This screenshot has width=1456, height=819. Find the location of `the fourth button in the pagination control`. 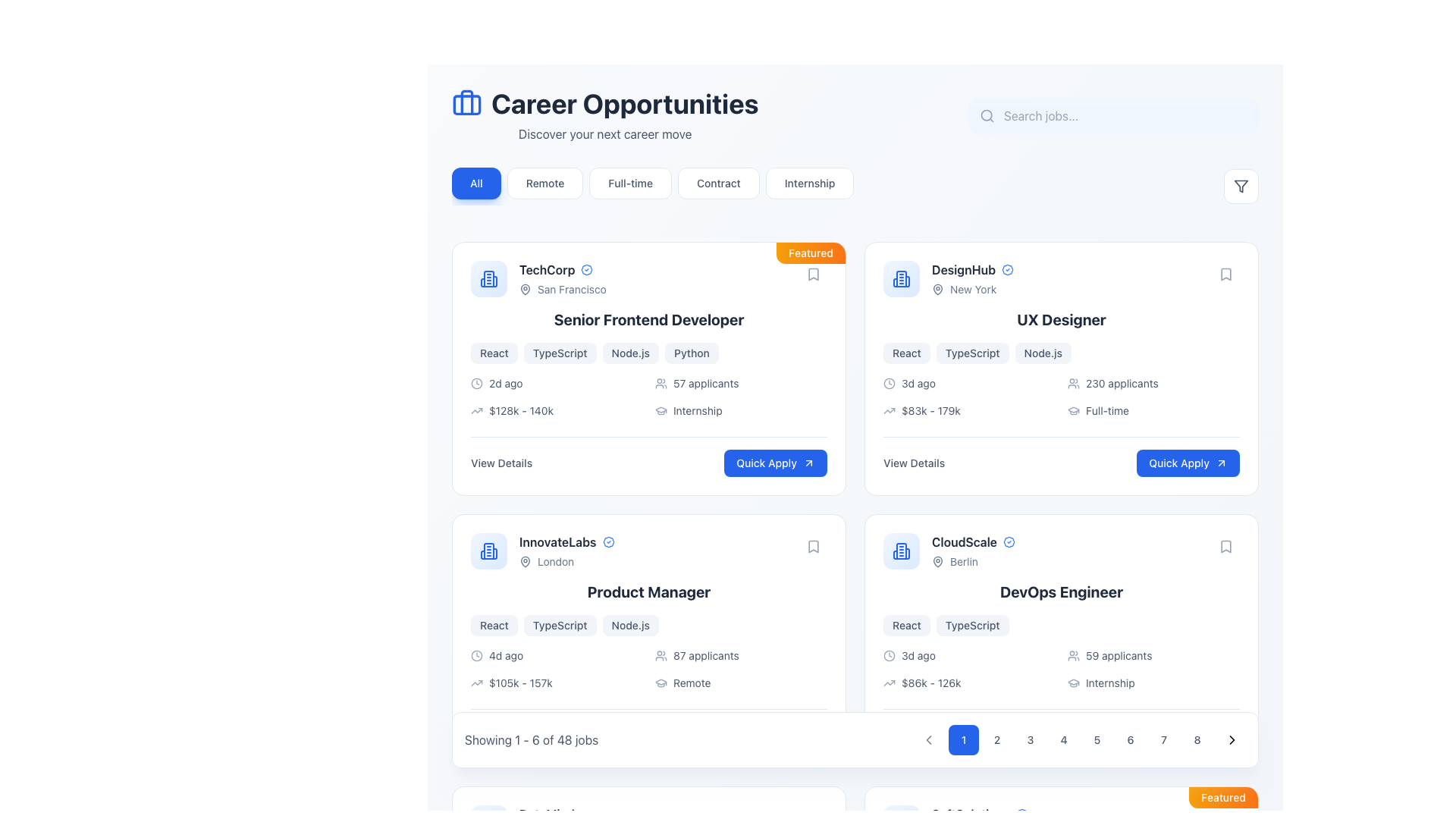

the fourth button in the pagination control is located at coordinates (1062, 739).